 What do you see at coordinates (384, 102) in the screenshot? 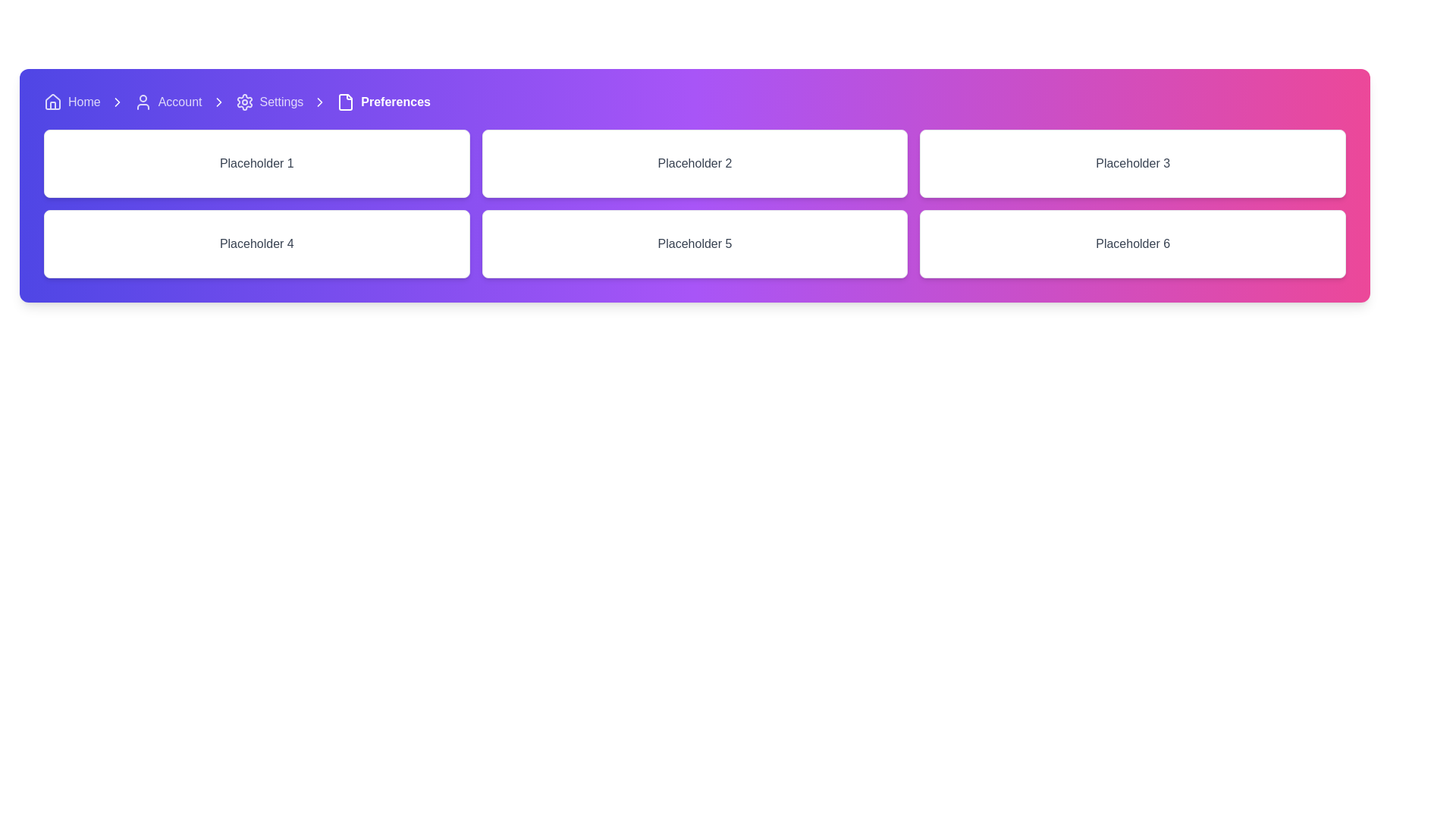
I see `the breadcrumb text link labeled 'Preferences'` at bounding box center [384, 102].